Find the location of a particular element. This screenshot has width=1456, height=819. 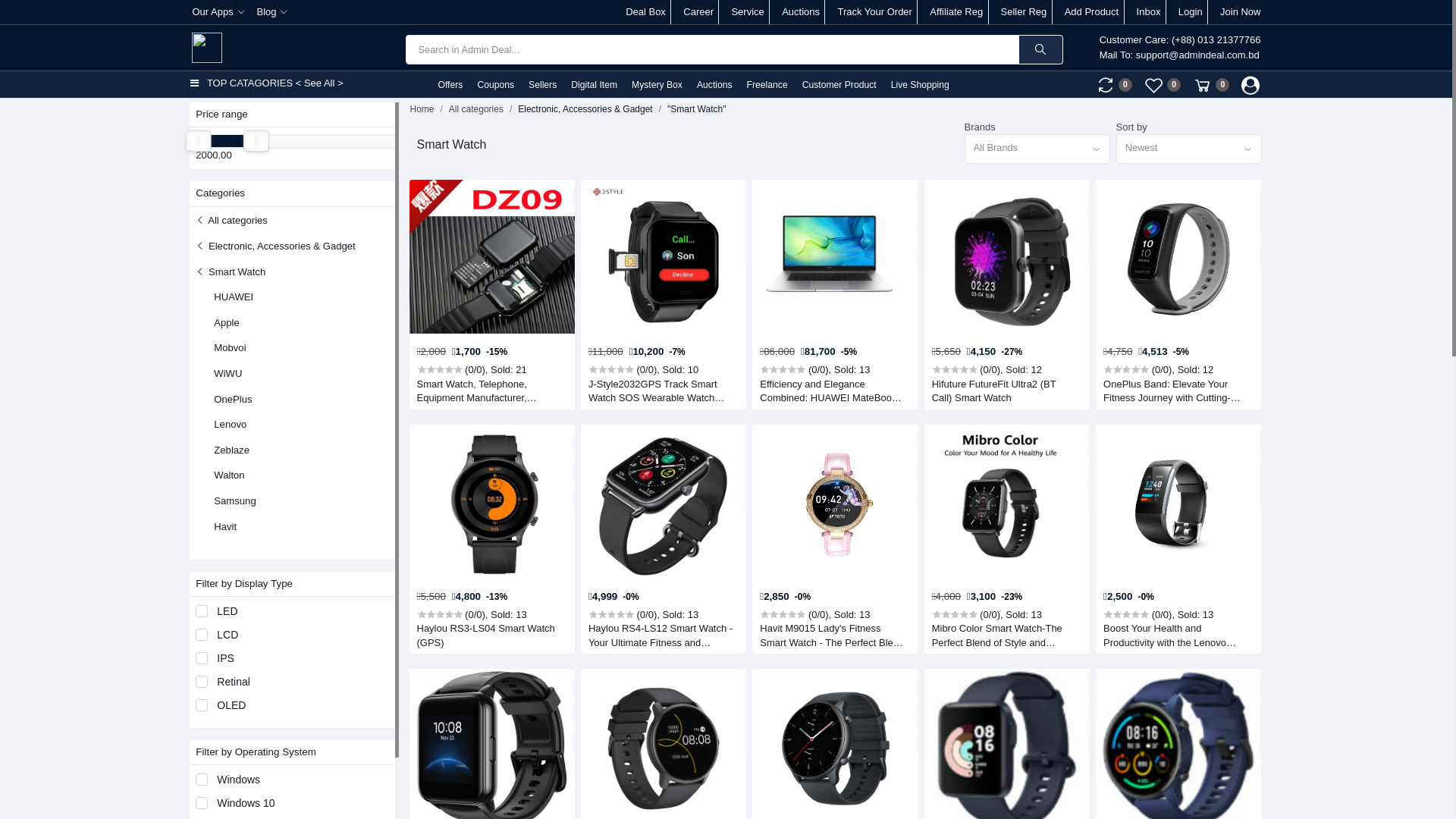

'Join Now' is located at coordinates (1240, 11).